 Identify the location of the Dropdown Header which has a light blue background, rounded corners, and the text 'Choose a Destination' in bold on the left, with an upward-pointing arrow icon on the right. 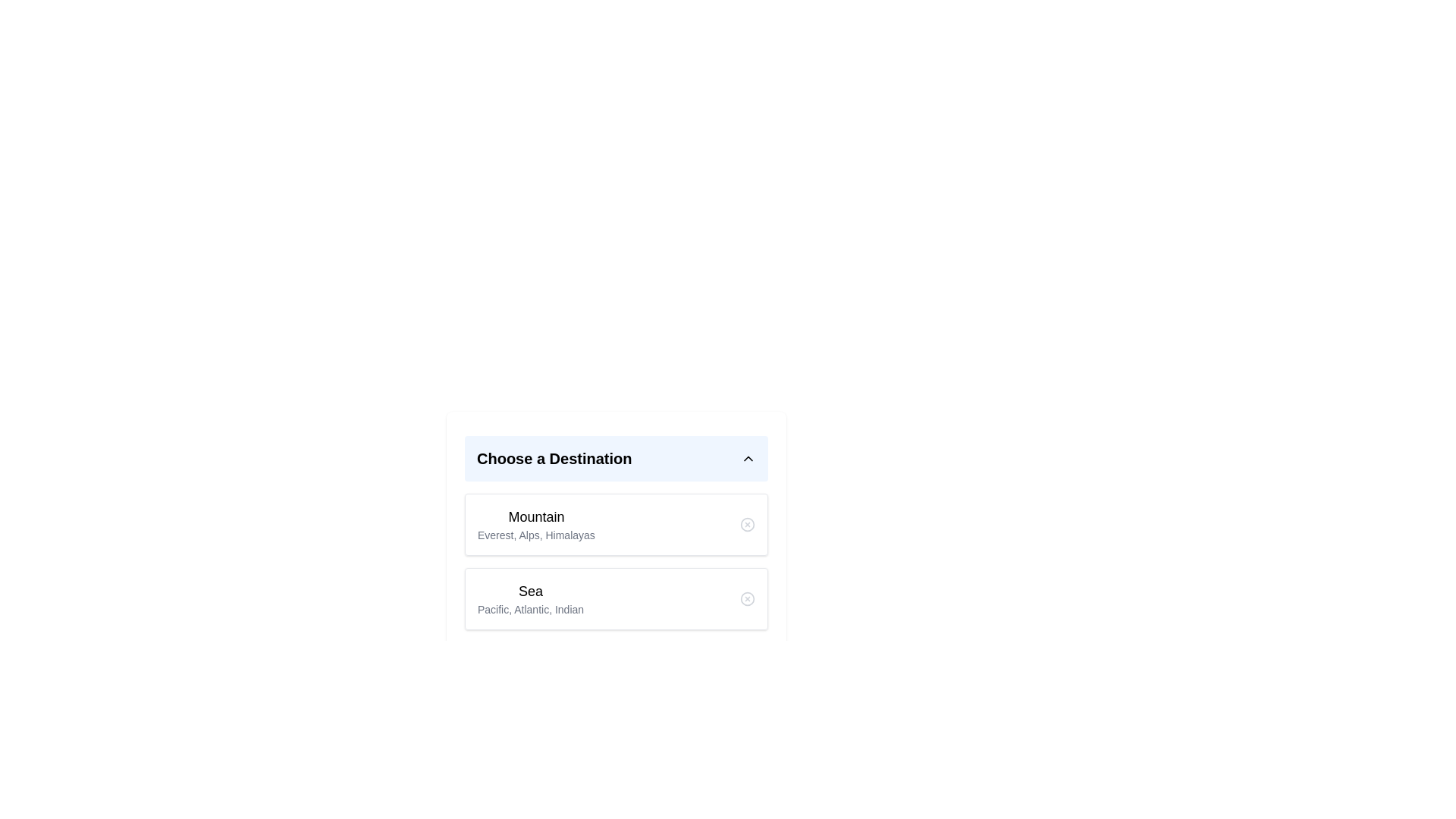
(616, 458).